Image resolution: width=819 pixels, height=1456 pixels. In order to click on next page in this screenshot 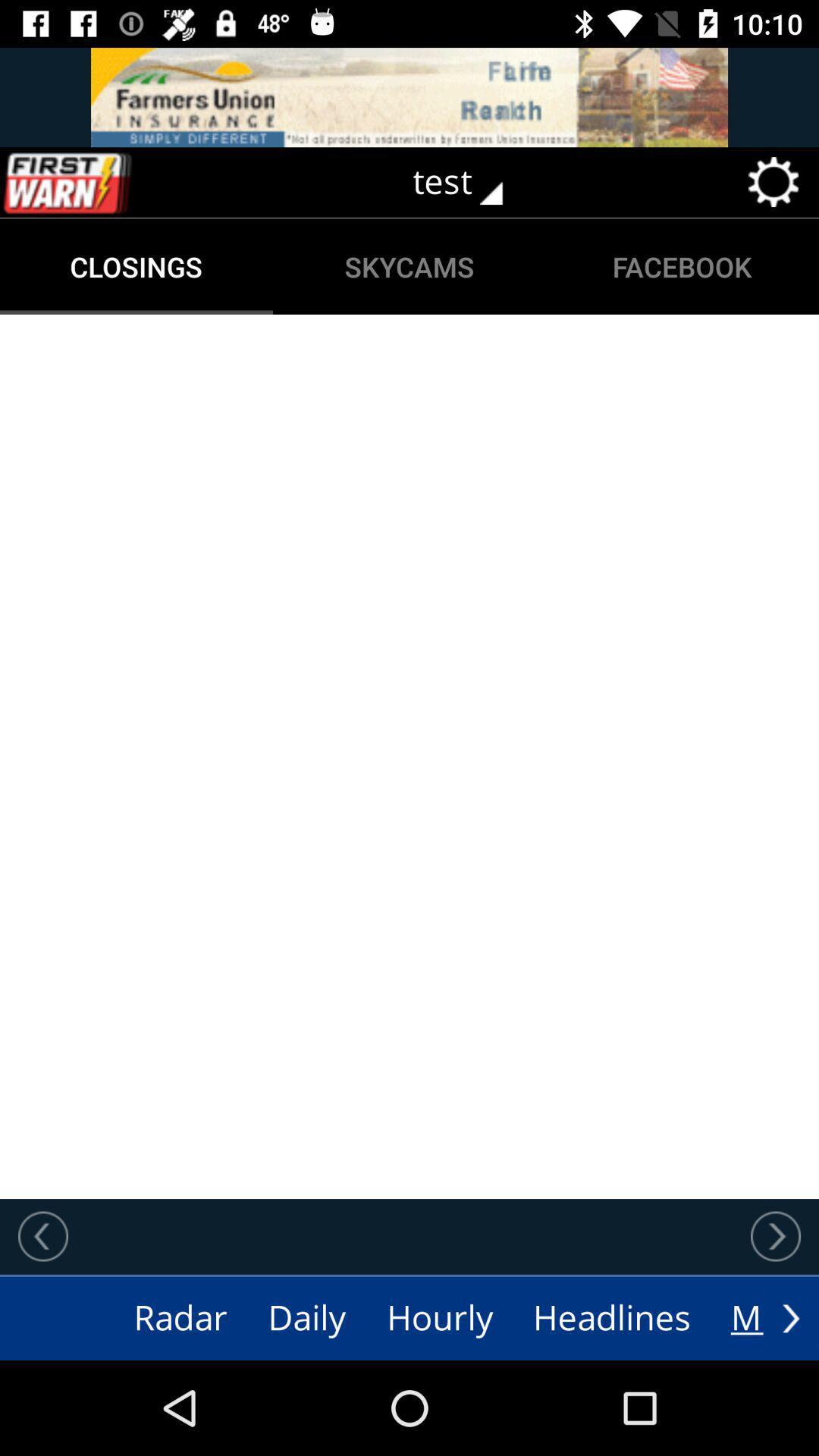, I will do `click(790, 1317)`.